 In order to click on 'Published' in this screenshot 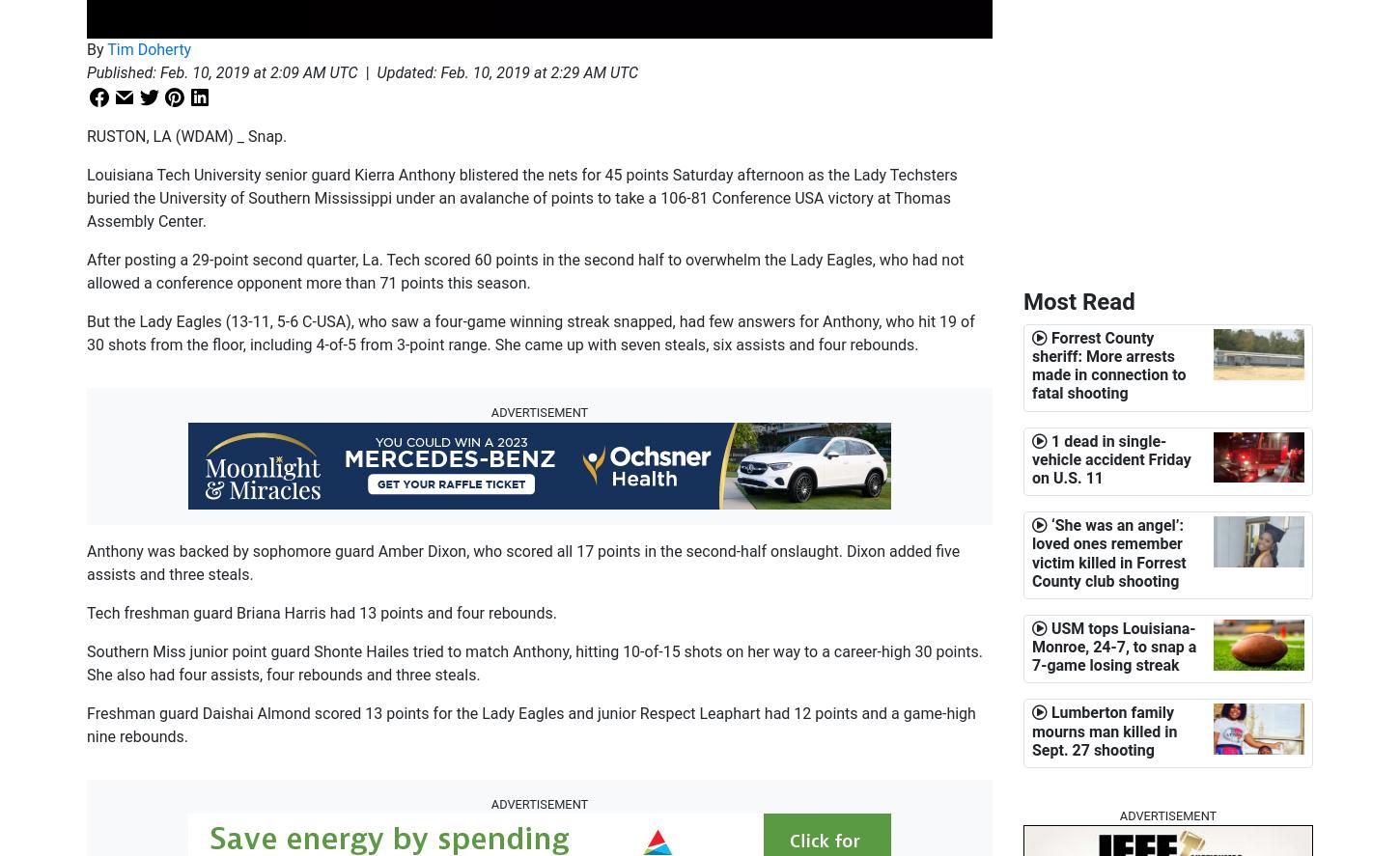, I will do `click(118, 70)`.